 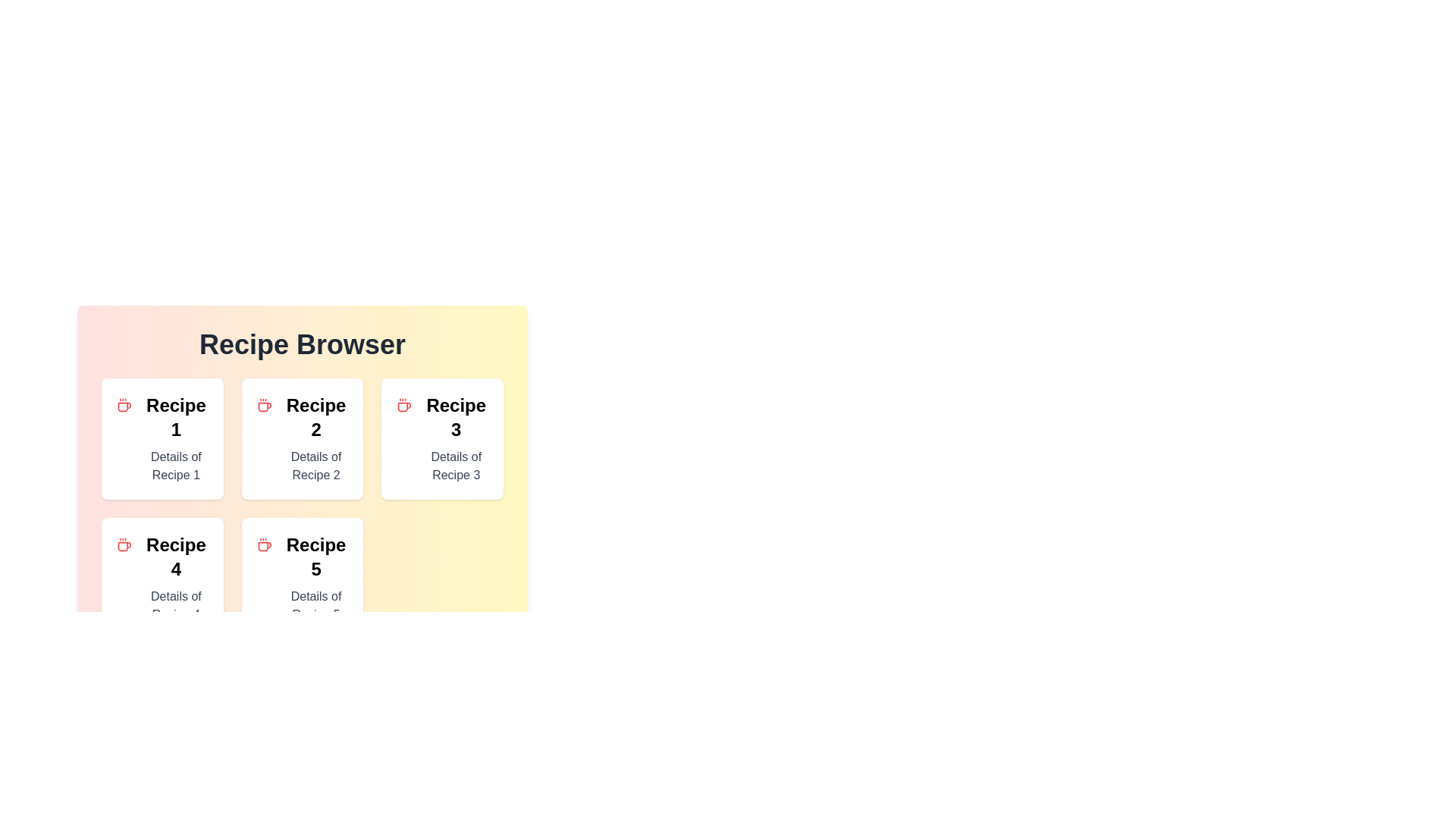 What do you see at coordinates (315, 418) in the screenshot?
I see `the 'Recipe 2' text label within the first row of the 'Recipe Browser' grid` at bounding box center [315, 418].